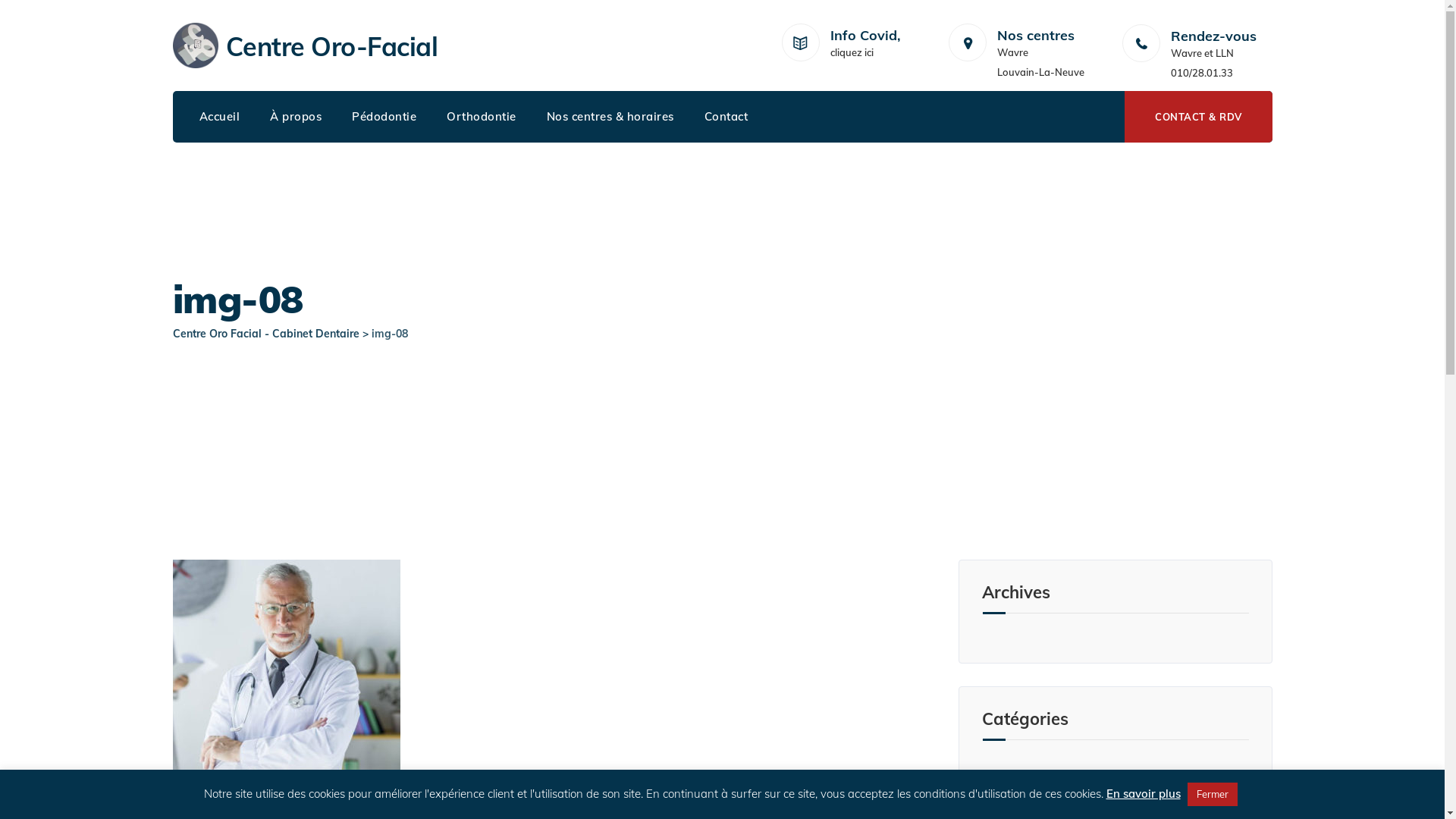 The width and height of the screenshot is (1456, 819). What do you see at coordinates (265, 332) in the screenshot?
I see `'Centre Oro Facial - Cabinet Dentaire'` at bounding box center [265, 332].